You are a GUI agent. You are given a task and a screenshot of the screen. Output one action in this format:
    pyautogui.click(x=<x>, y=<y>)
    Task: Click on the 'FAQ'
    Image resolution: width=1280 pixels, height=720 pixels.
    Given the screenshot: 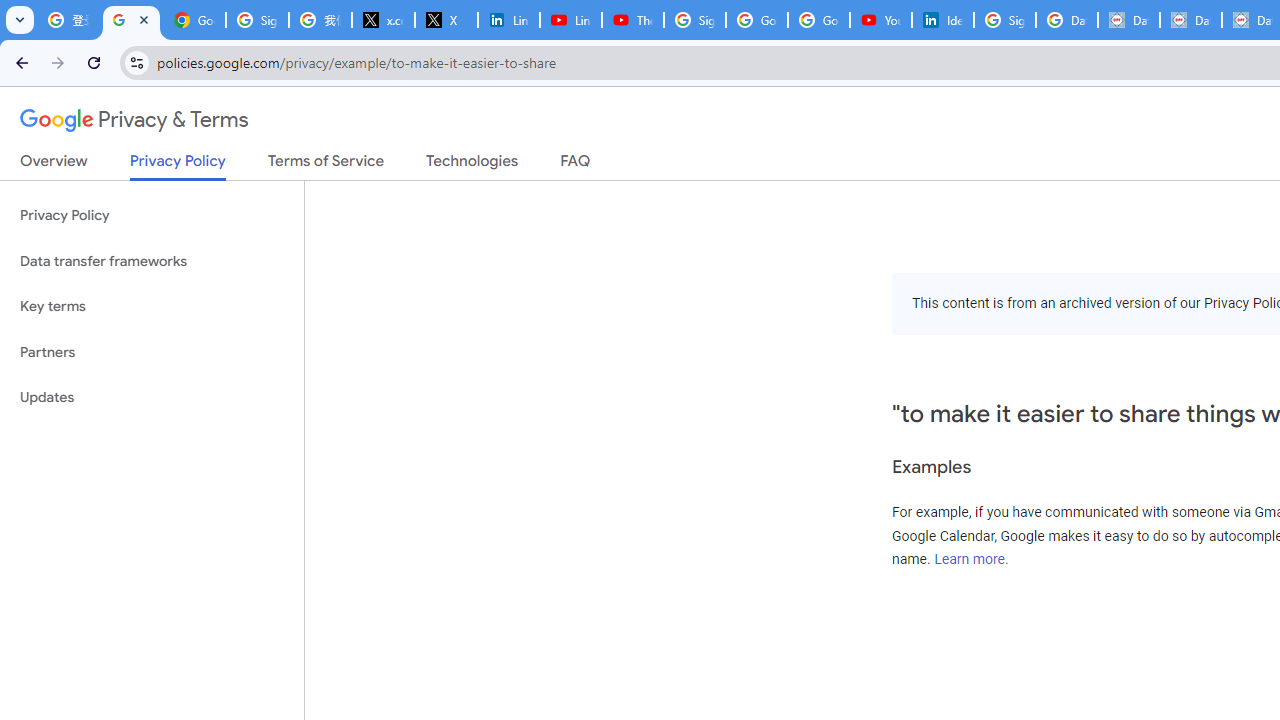 What is the action you would take?
    pyautogui.click(x=575, y=164)
    